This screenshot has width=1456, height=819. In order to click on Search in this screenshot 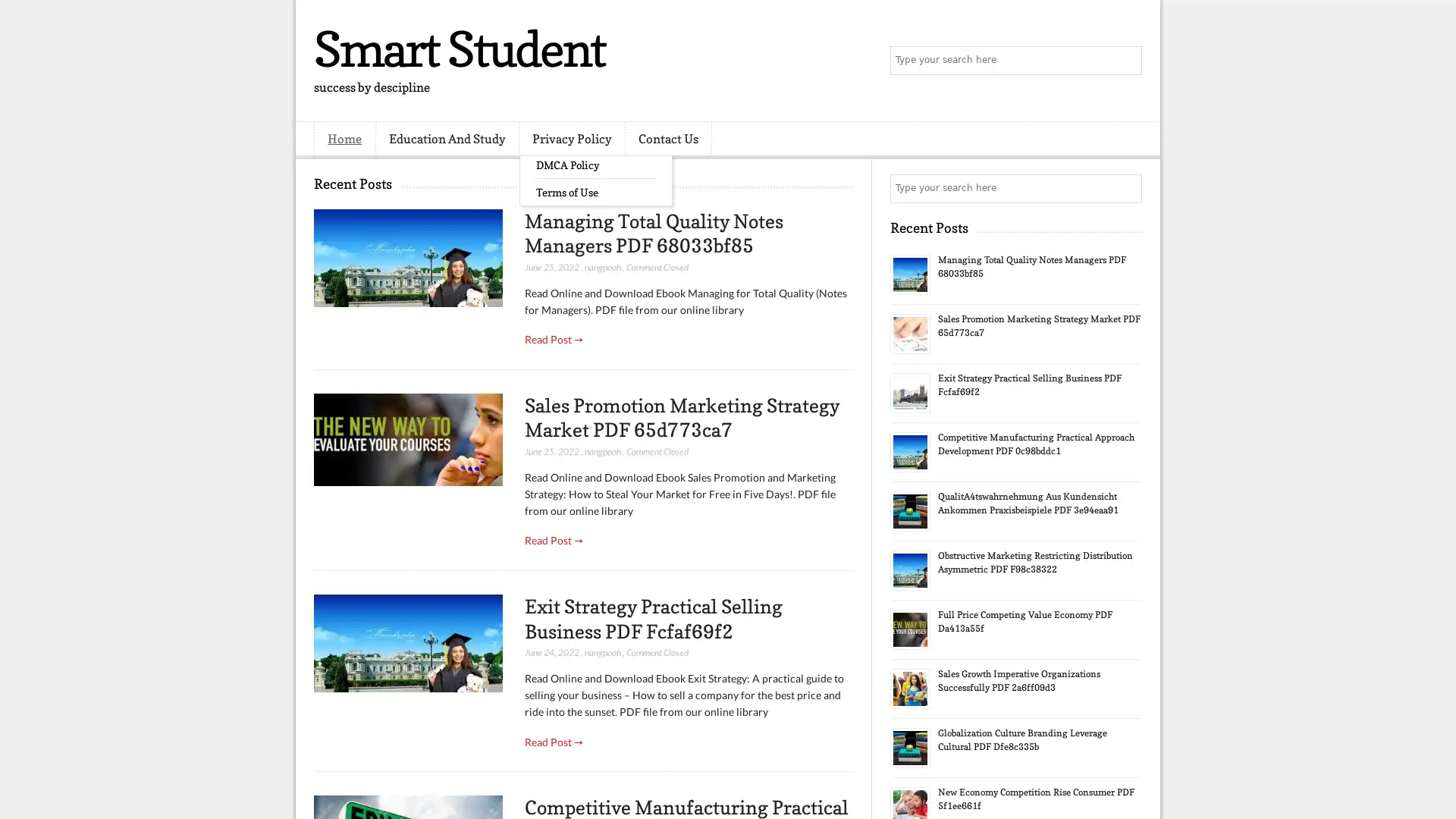, I will do `click(1126, 188)`.